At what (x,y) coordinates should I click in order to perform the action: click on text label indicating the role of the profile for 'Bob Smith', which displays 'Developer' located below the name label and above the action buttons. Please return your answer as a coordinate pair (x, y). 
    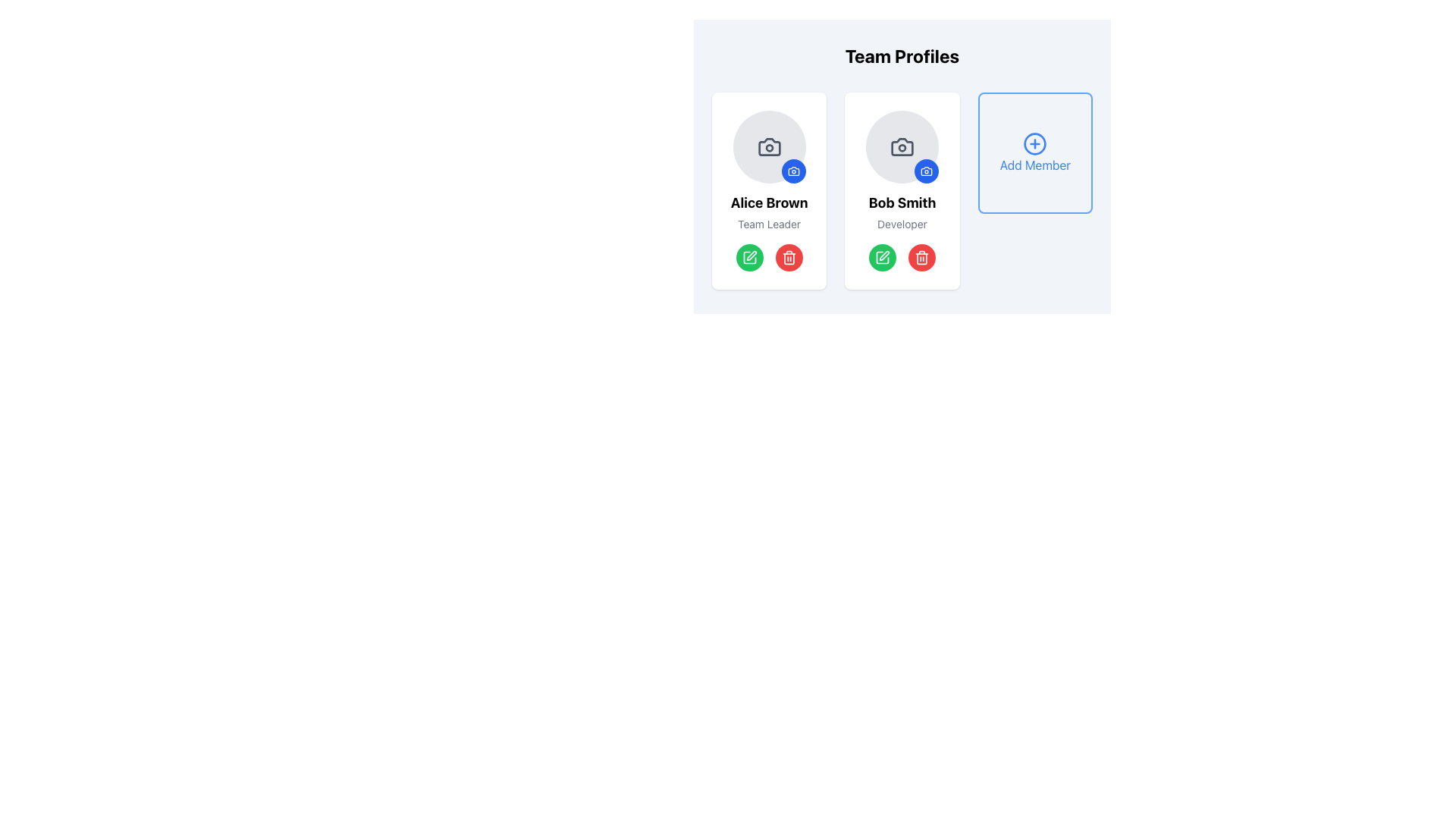
    Looking at the image, I should click on (902, 224).